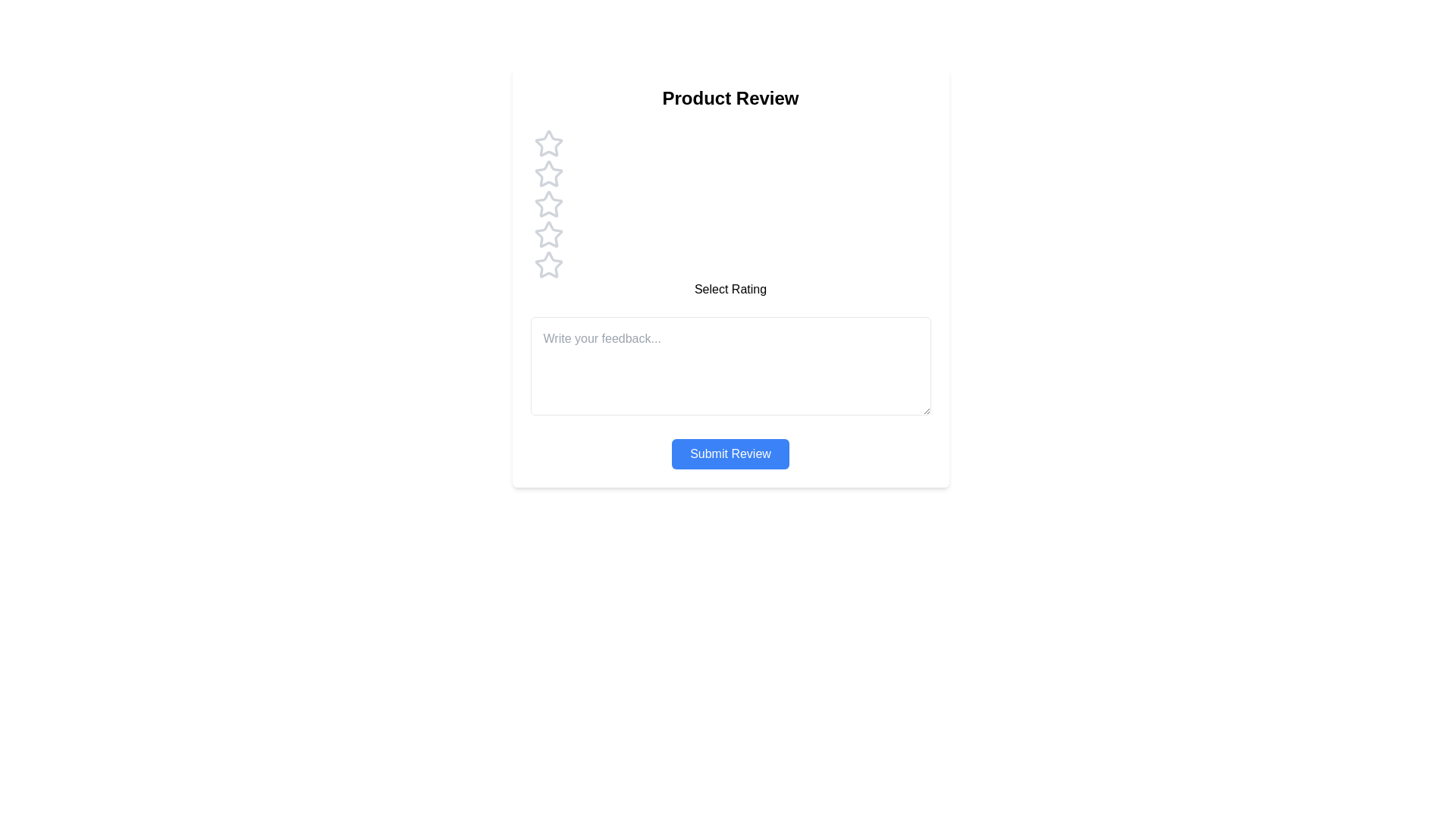 Image resolution: width=1456 pixels, height=819 pixels. What do you see at coordinates (548, 203) in the screenshot?
I see `the third star in the vertical stack of five stars in the 'Product Review' section to rate it` at bounding box center [548, 203].